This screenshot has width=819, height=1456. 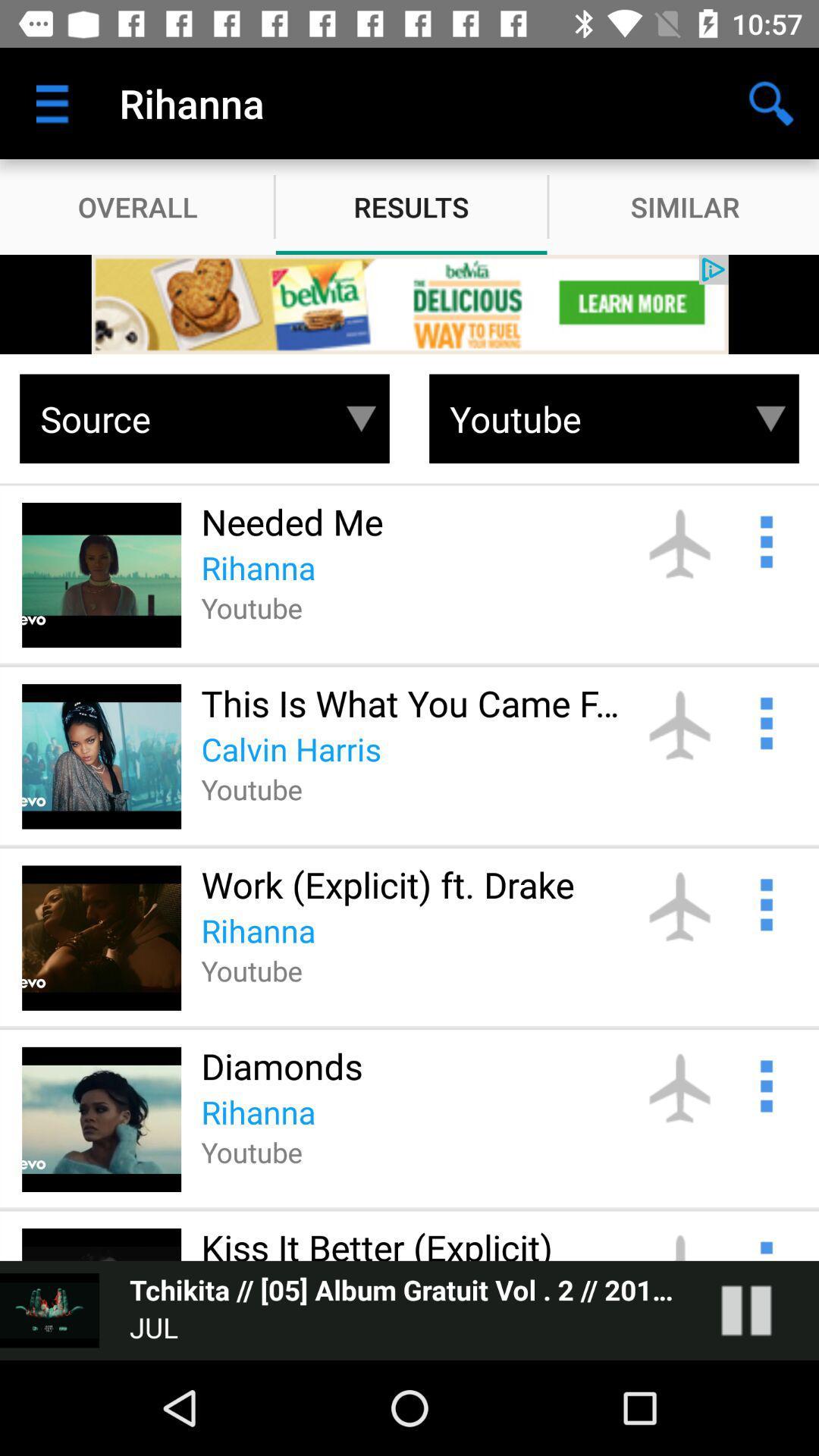 What do you see at coordinates (764, 1084) in the screenshot?
I see `the 4th more icon` at bounding box center [764, 1084].